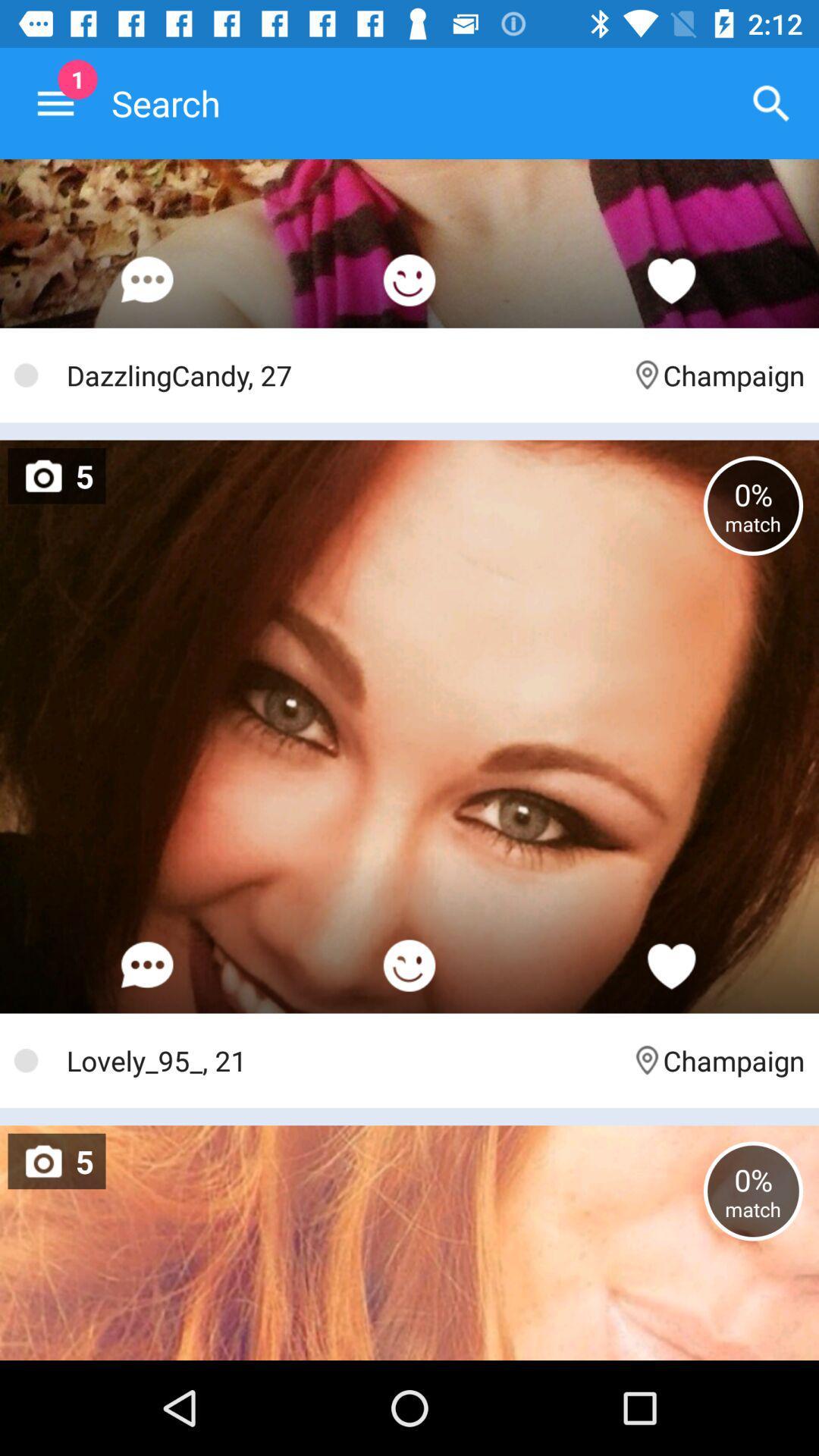 This screenshot has height=1456, width=819. I want to click on icon to the left of the champaign, so click(341, 1059).